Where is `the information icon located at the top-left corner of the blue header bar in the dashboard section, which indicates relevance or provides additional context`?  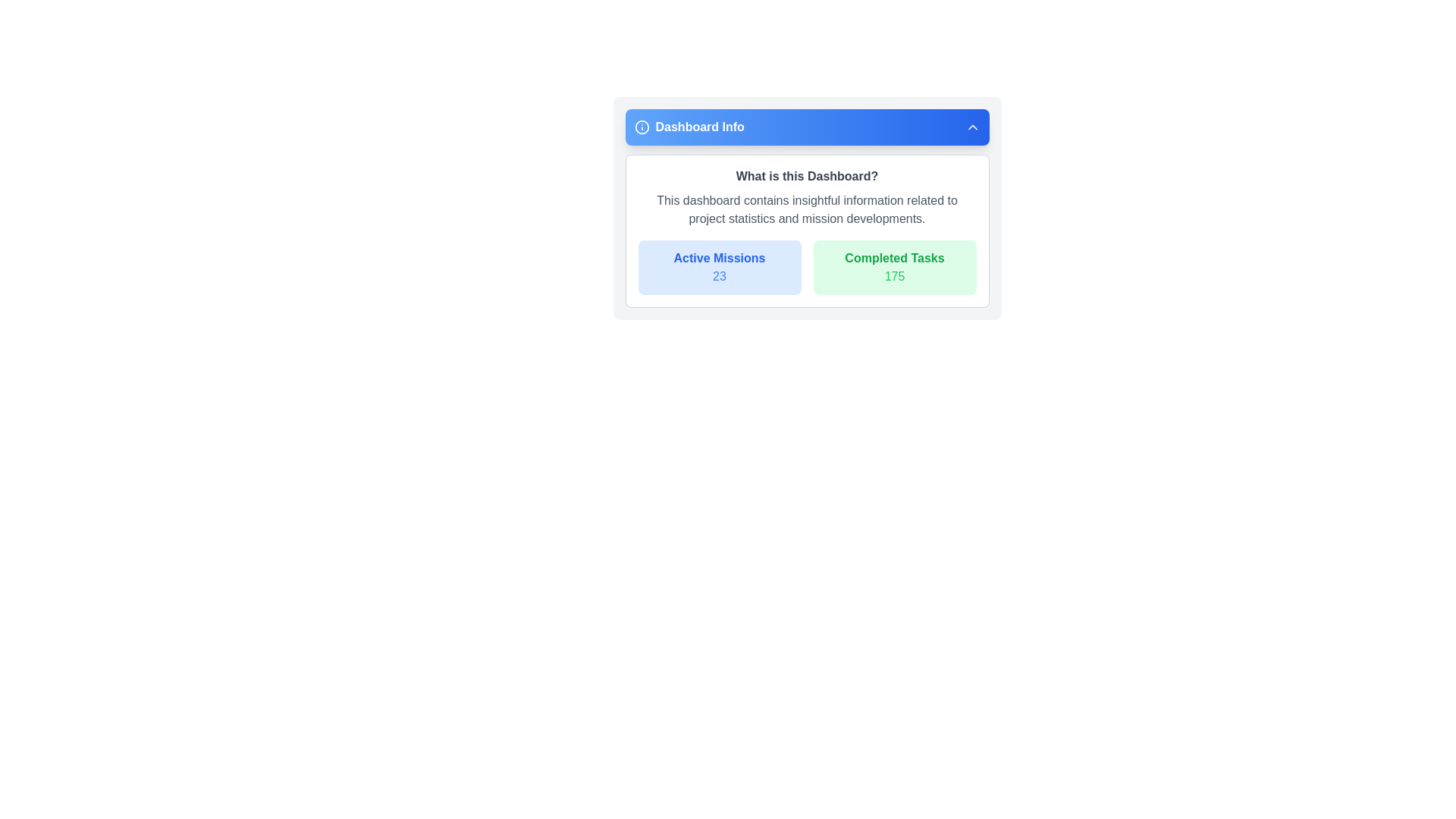 the information icon located at the top-left corner of the blue header bar in the dashboard section, which indicates relevance or provides additional context is located at coordinates (642, 127).